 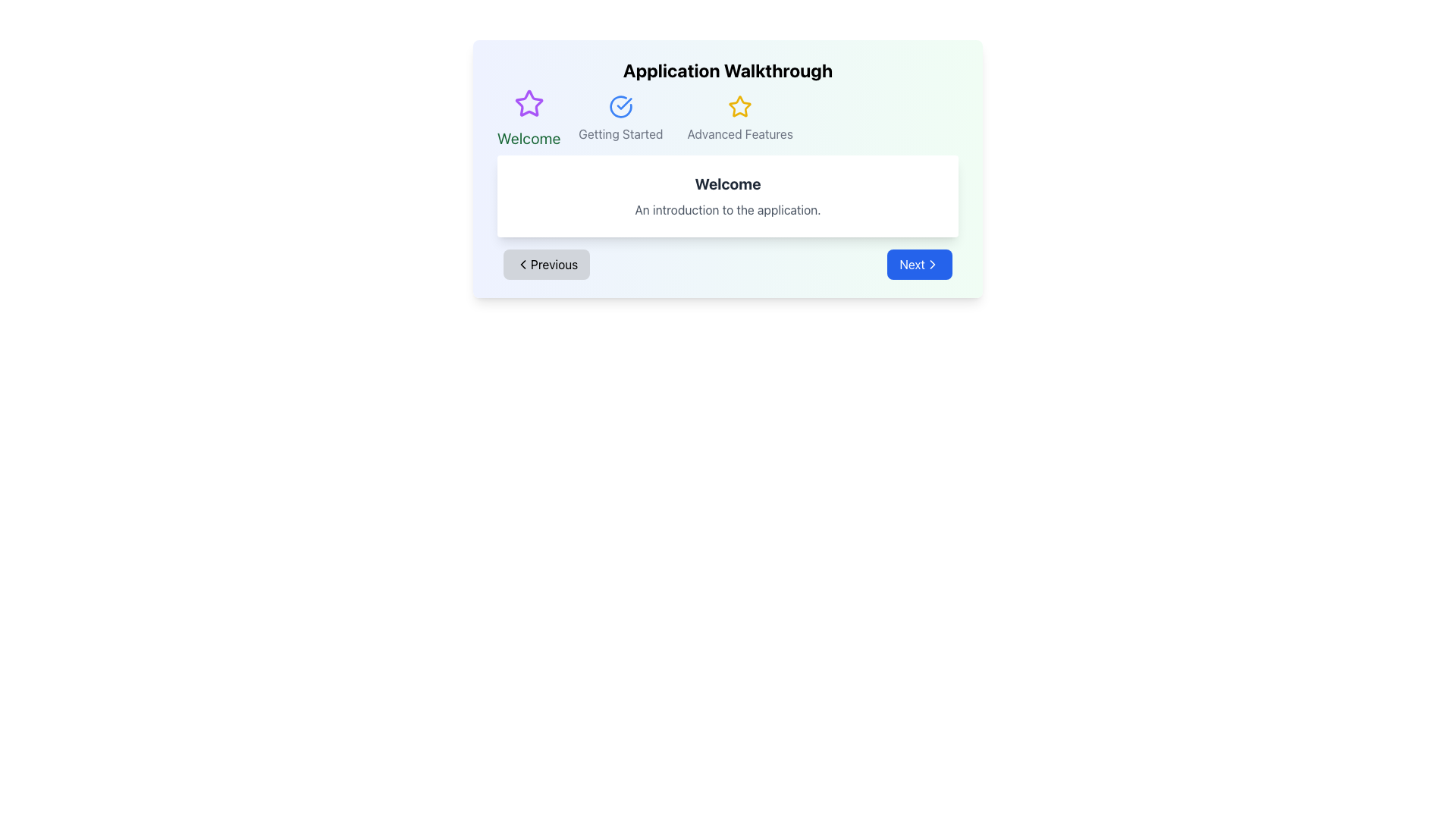 What do you see at coordinates (740, 106) in the screenshot?
I see `the star-shaped icon filled with bright yellow color, which is located above the 'Advanced Features' text in the header area of the application walkthrough` at bounding box center [740, 106].